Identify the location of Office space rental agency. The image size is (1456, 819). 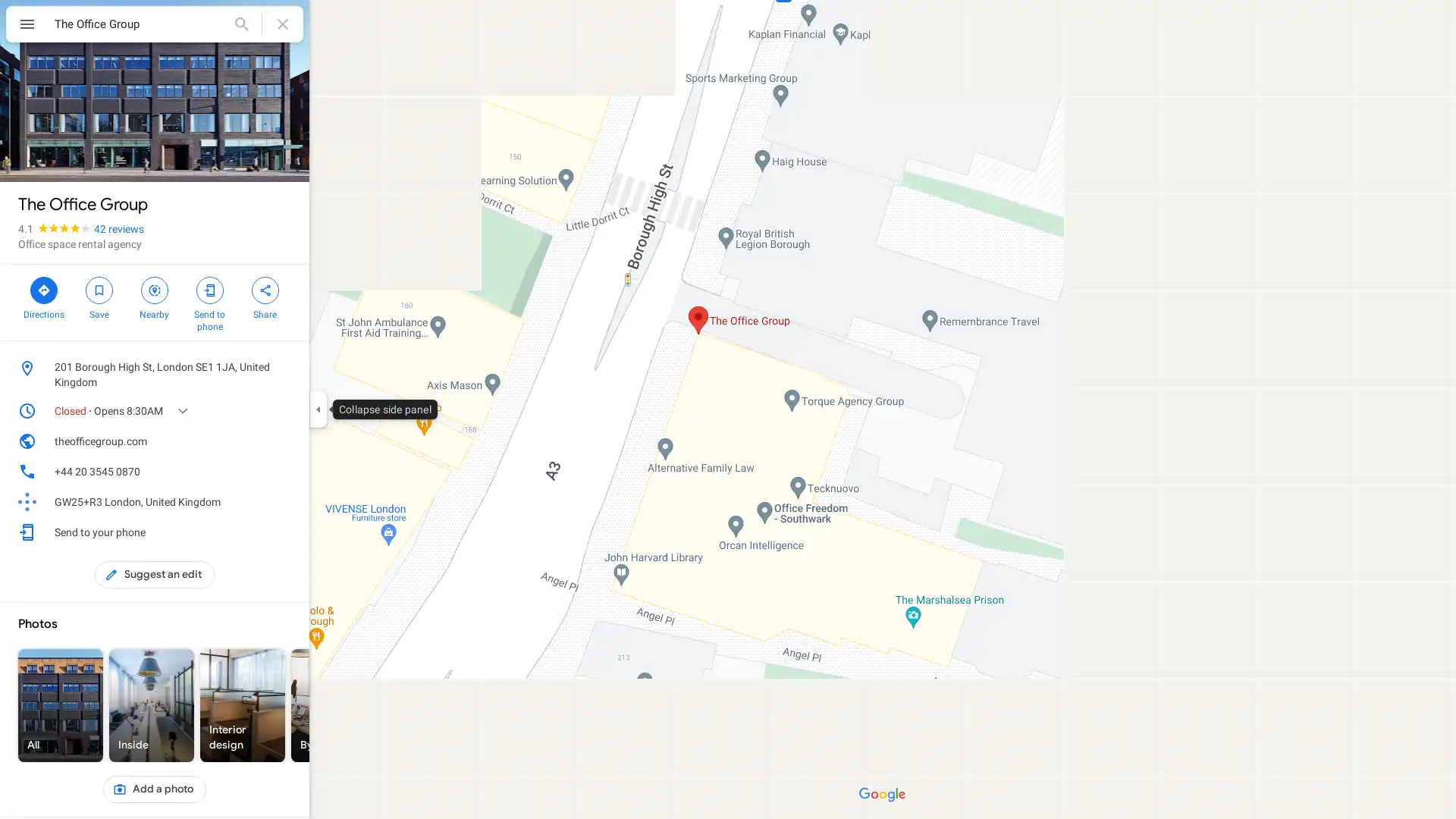
(79, 243).